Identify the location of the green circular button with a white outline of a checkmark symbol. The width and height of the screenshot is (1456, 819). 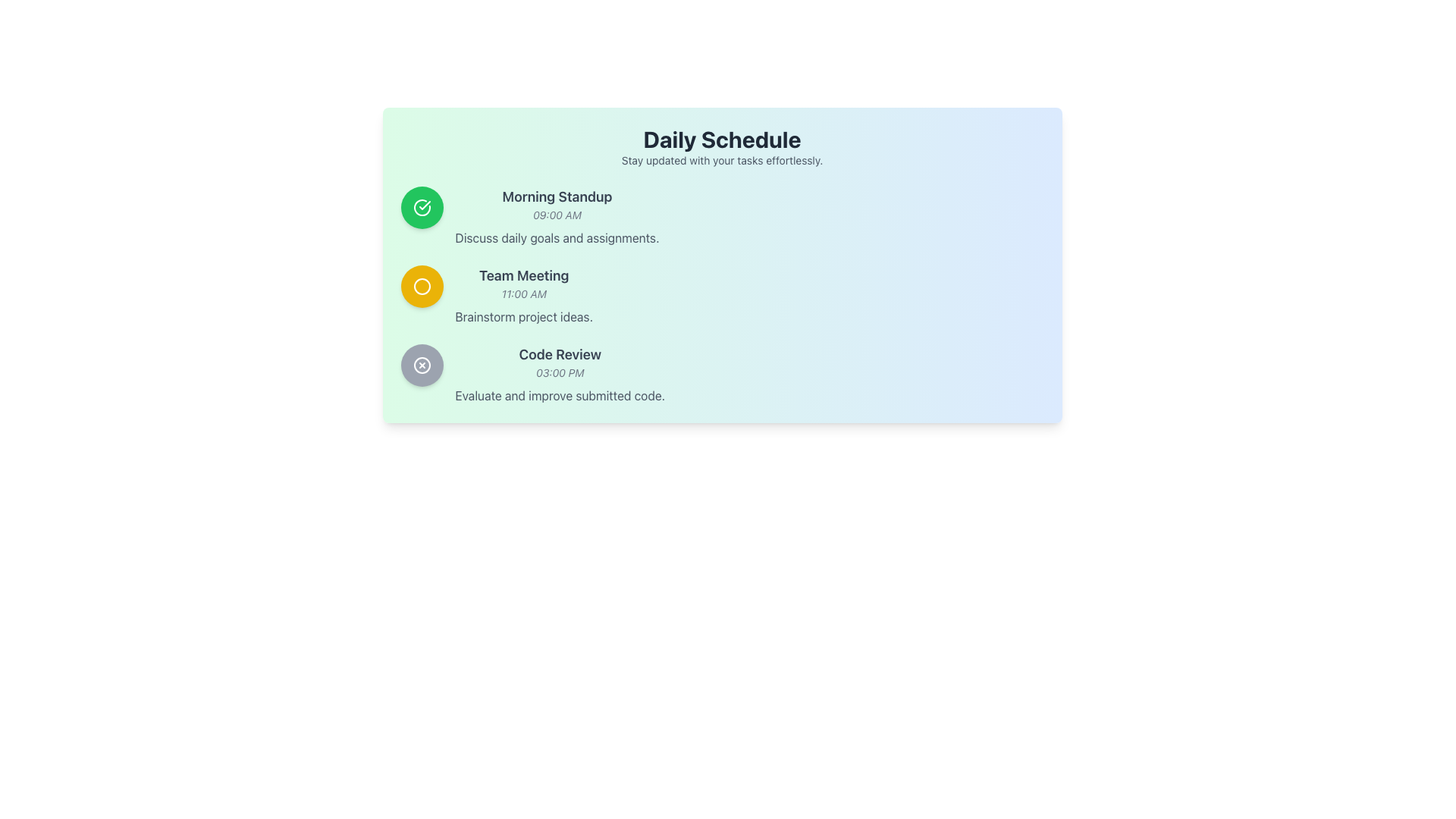
(422, 207).